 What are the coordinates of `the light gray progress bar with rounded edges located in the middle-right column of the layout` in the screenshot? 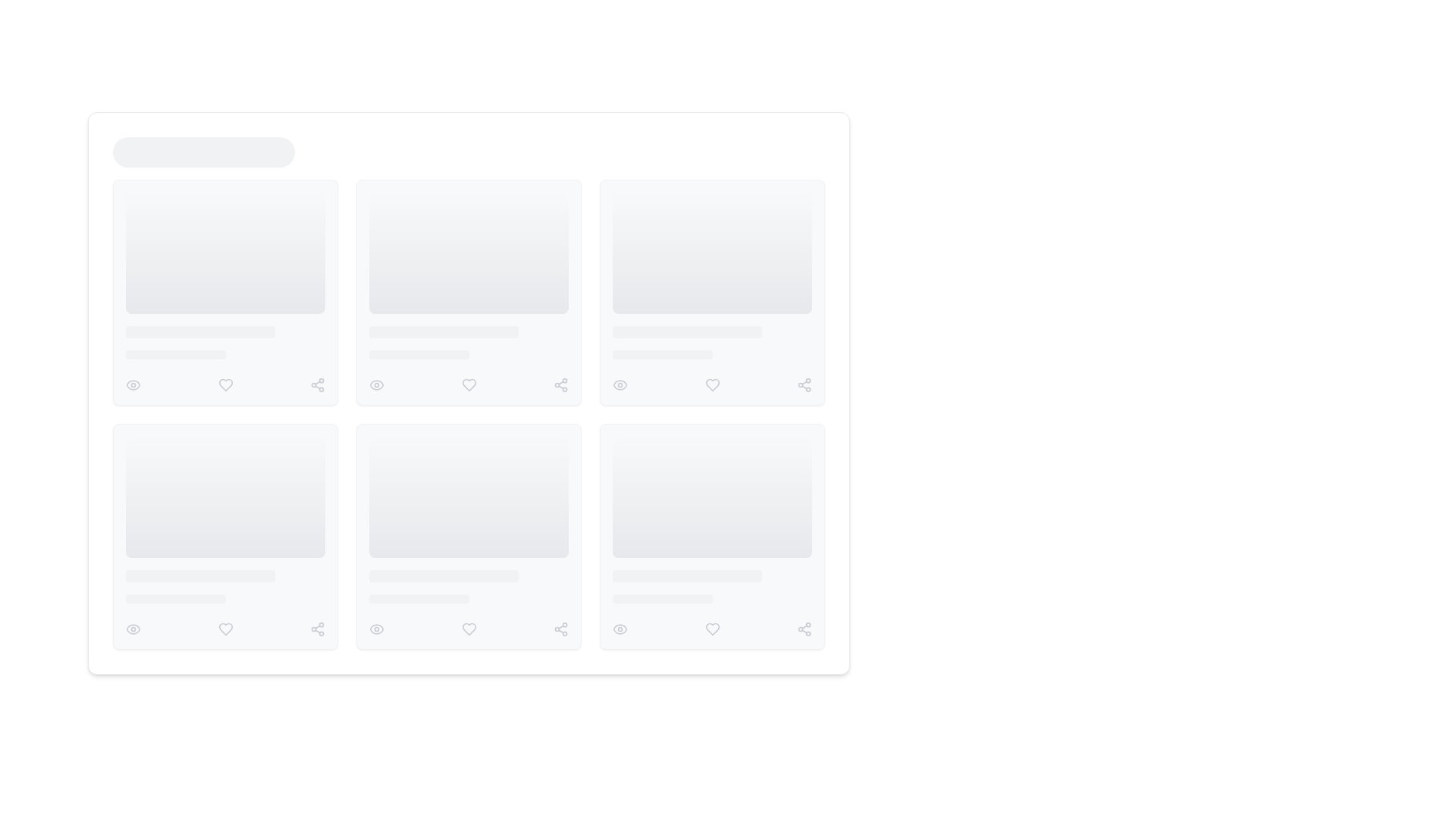 It's located at (419, 354).